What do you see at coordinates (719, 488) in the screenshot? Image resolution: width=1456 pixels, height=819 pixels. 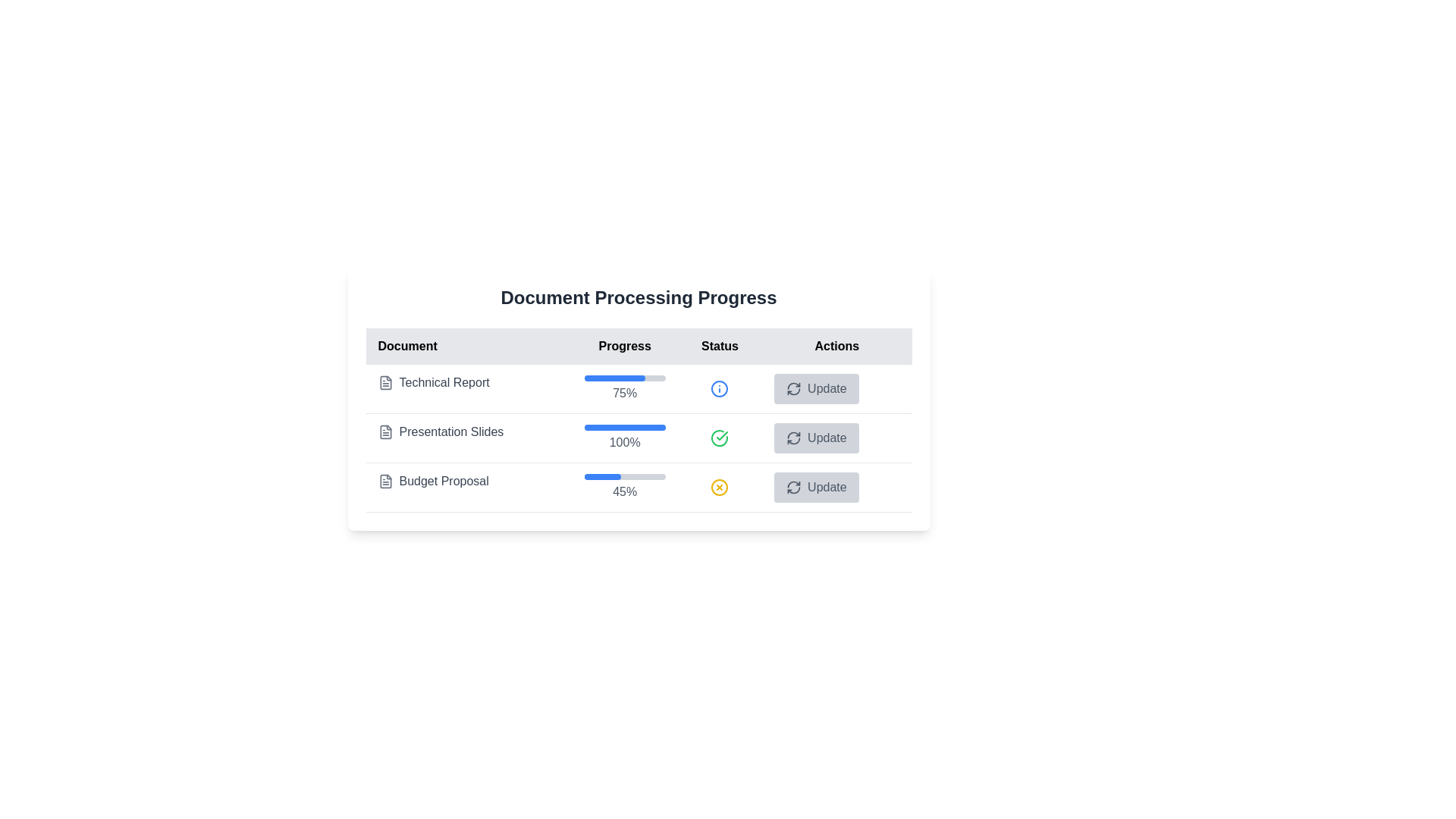 I see `the circular SVG-based status indicator with a yellow outline and an 'X' symbol in the 'Status' column of the 'Budget Proposal' row, located towards the right of the '45%' progress bar` at bounding box center [719, 488].